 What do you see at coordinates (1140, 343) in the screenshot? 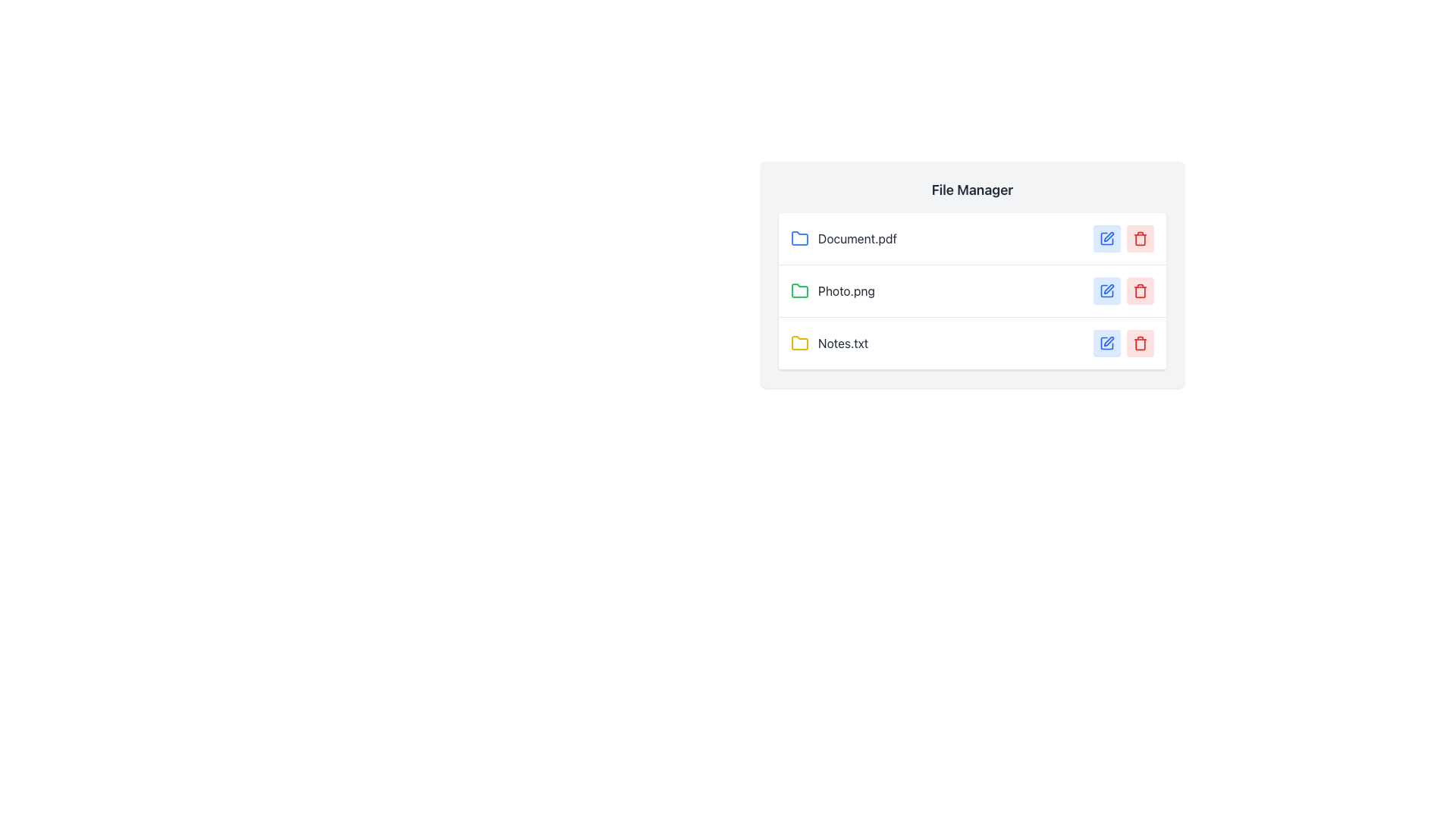
I see `the red-colored trash can icon button in the action column of the file manager interface corresponding to 'Notes.txt' to possibly see a tooltip or effect` at bounding box center [1140, 343].